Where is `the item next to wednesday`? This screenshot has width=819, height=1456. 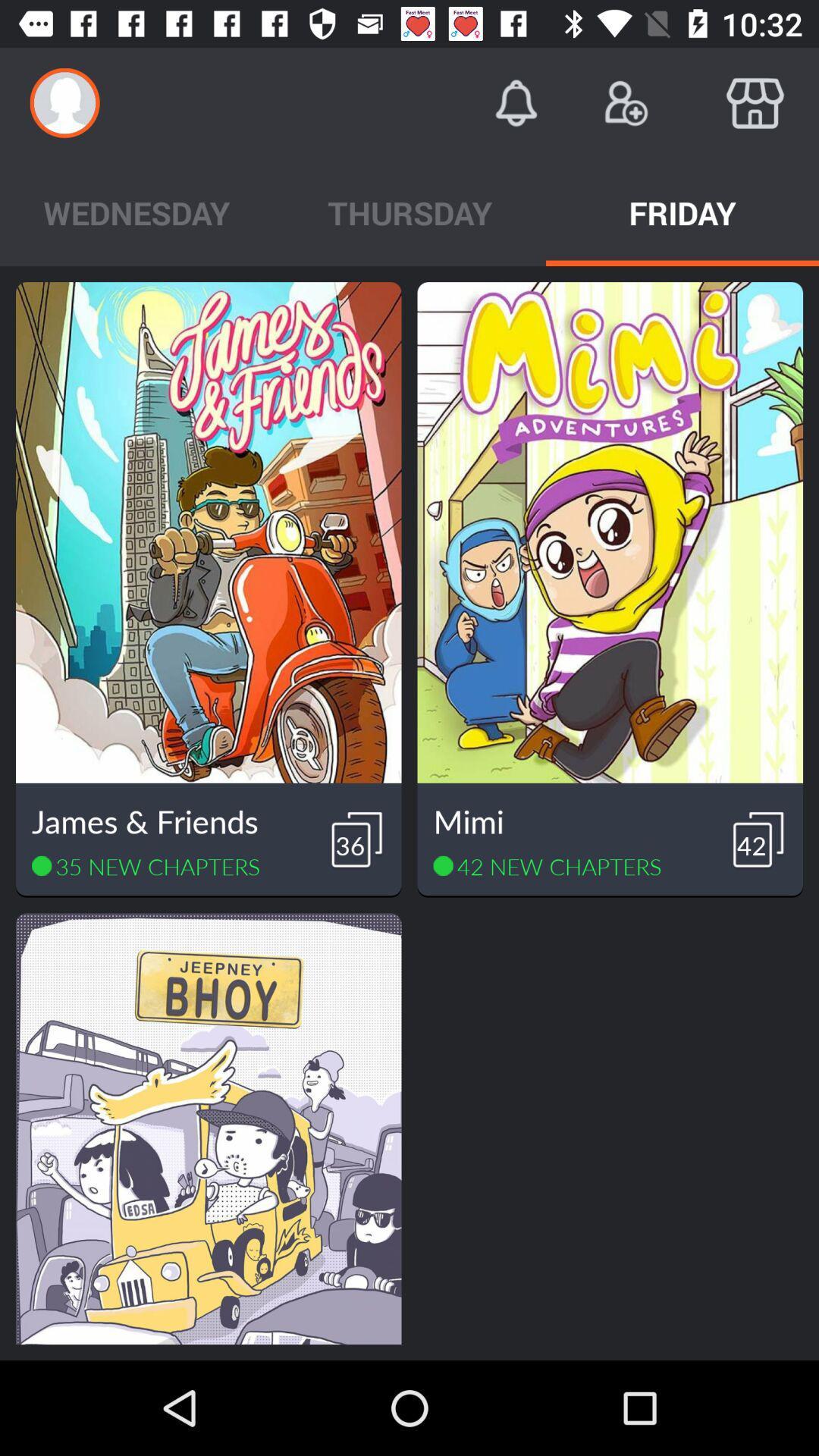
the item next to wednesday is located at coordinates (409, 212).